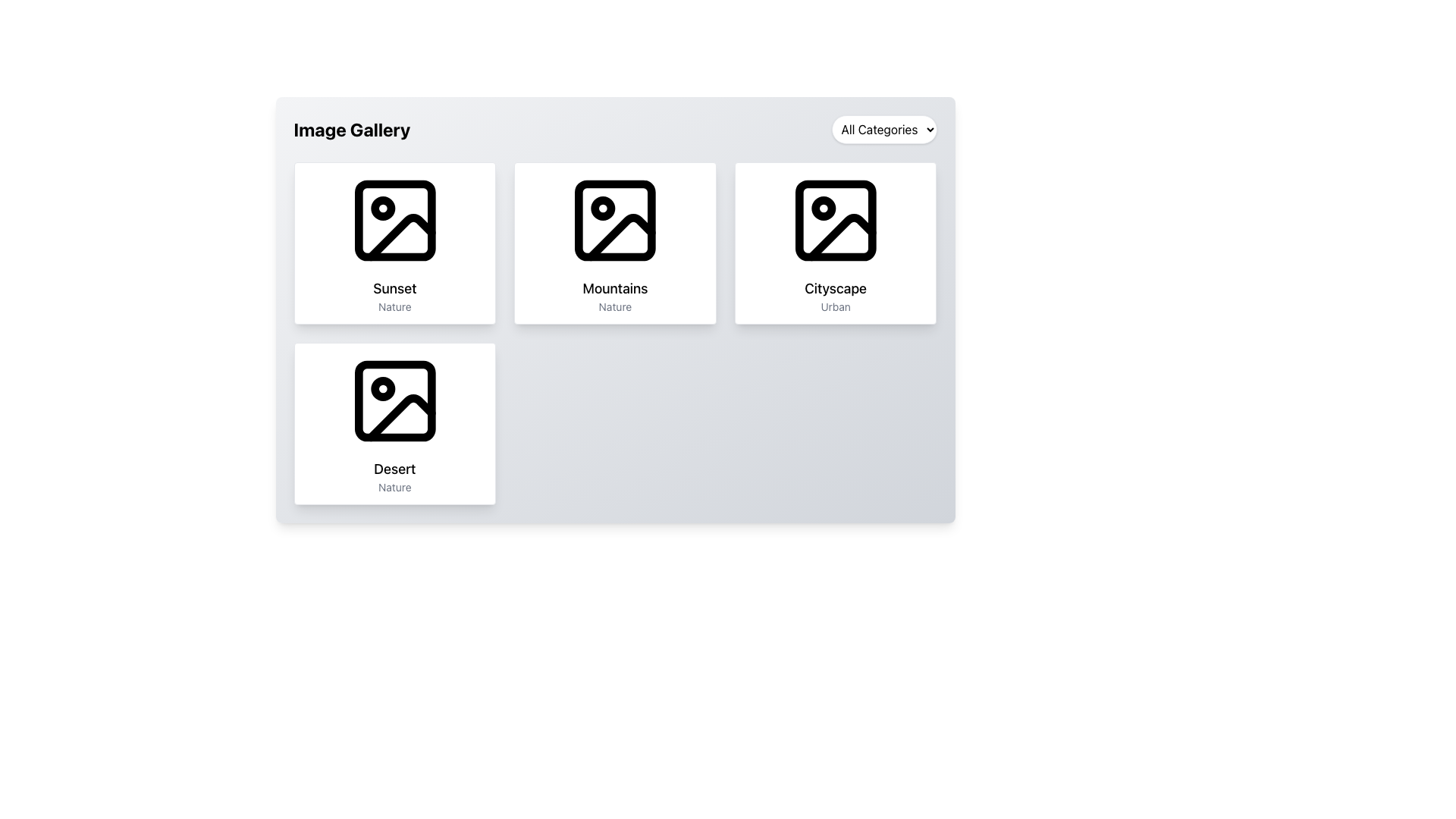 The image size is (1456, 819). What do you see at coordinates (394, 488) in the screenshot?
I see `the static text label 'Nature' which is styled with a smaller font size and gray color, located below the larger text 'Desert' within the card-like component` at bounding box center [394, 488].